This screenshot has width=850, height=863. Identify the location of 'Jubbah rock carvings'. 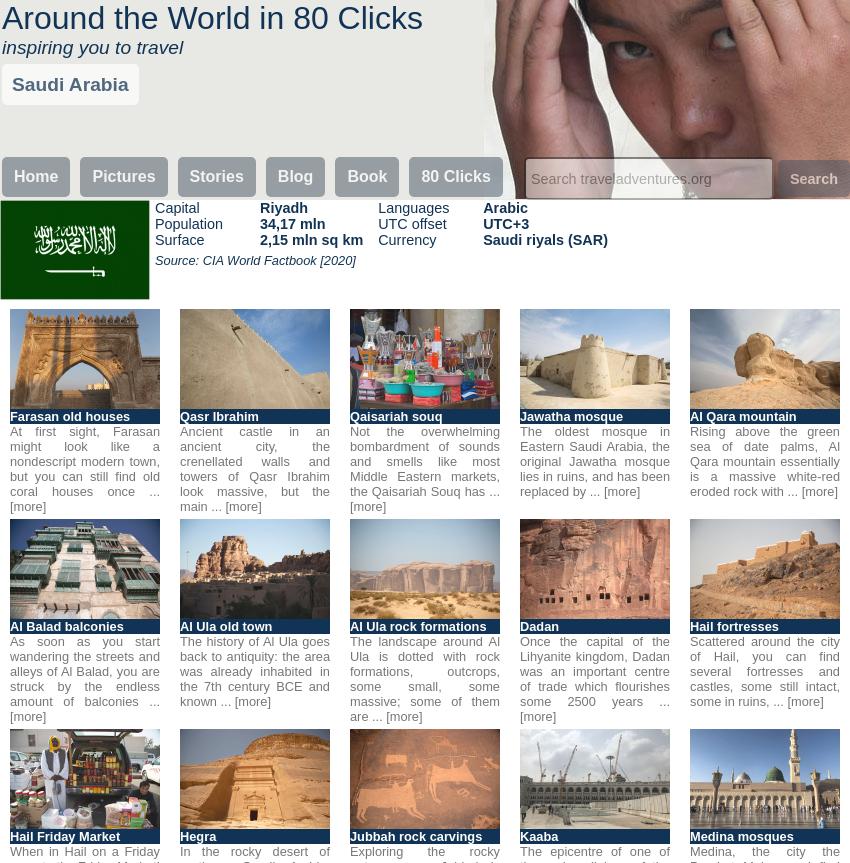
(349, 835).